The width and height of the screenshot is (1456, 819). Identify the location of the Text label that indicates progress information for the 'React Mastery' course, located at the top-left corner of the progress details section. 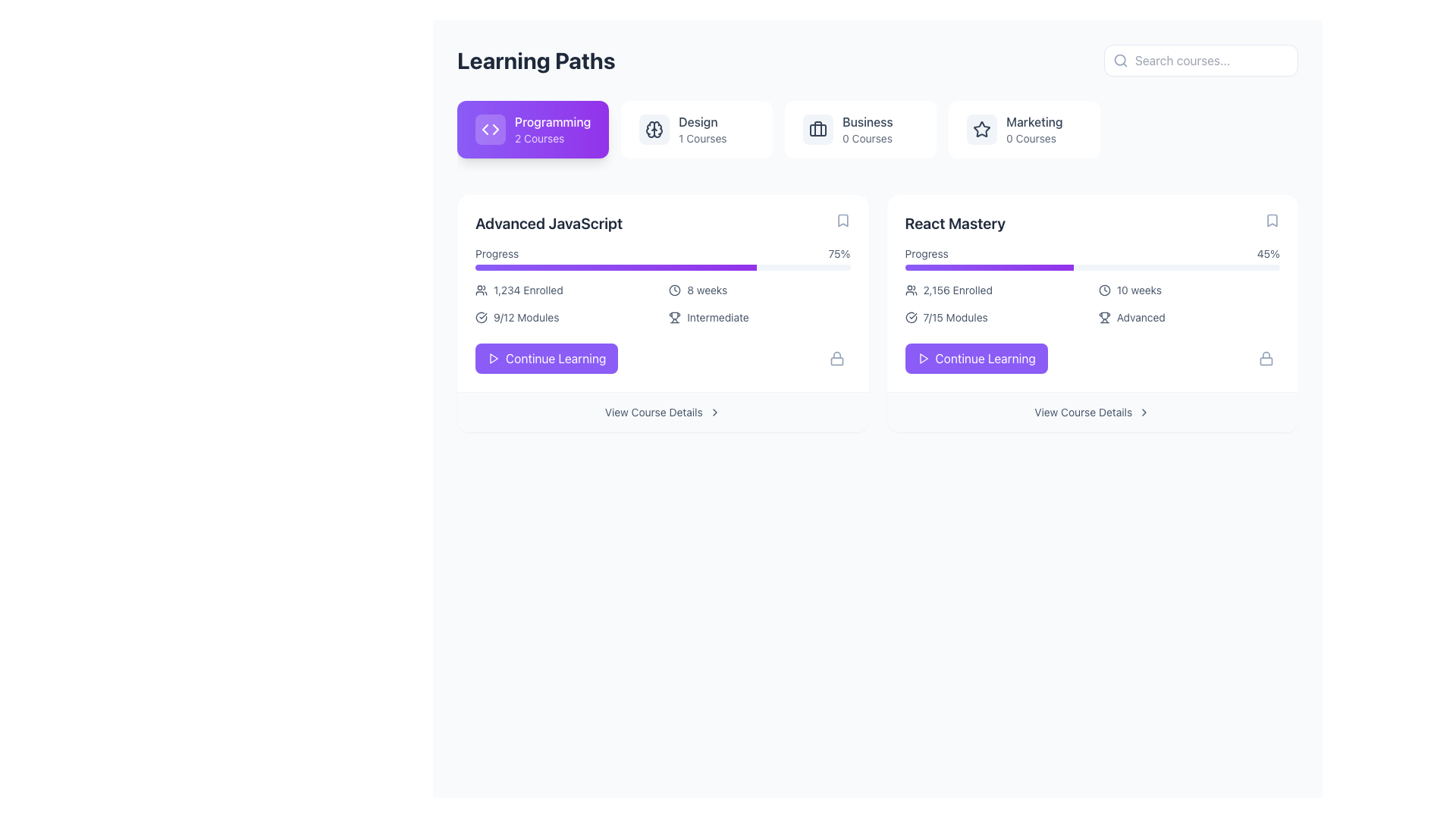
(926, 253).